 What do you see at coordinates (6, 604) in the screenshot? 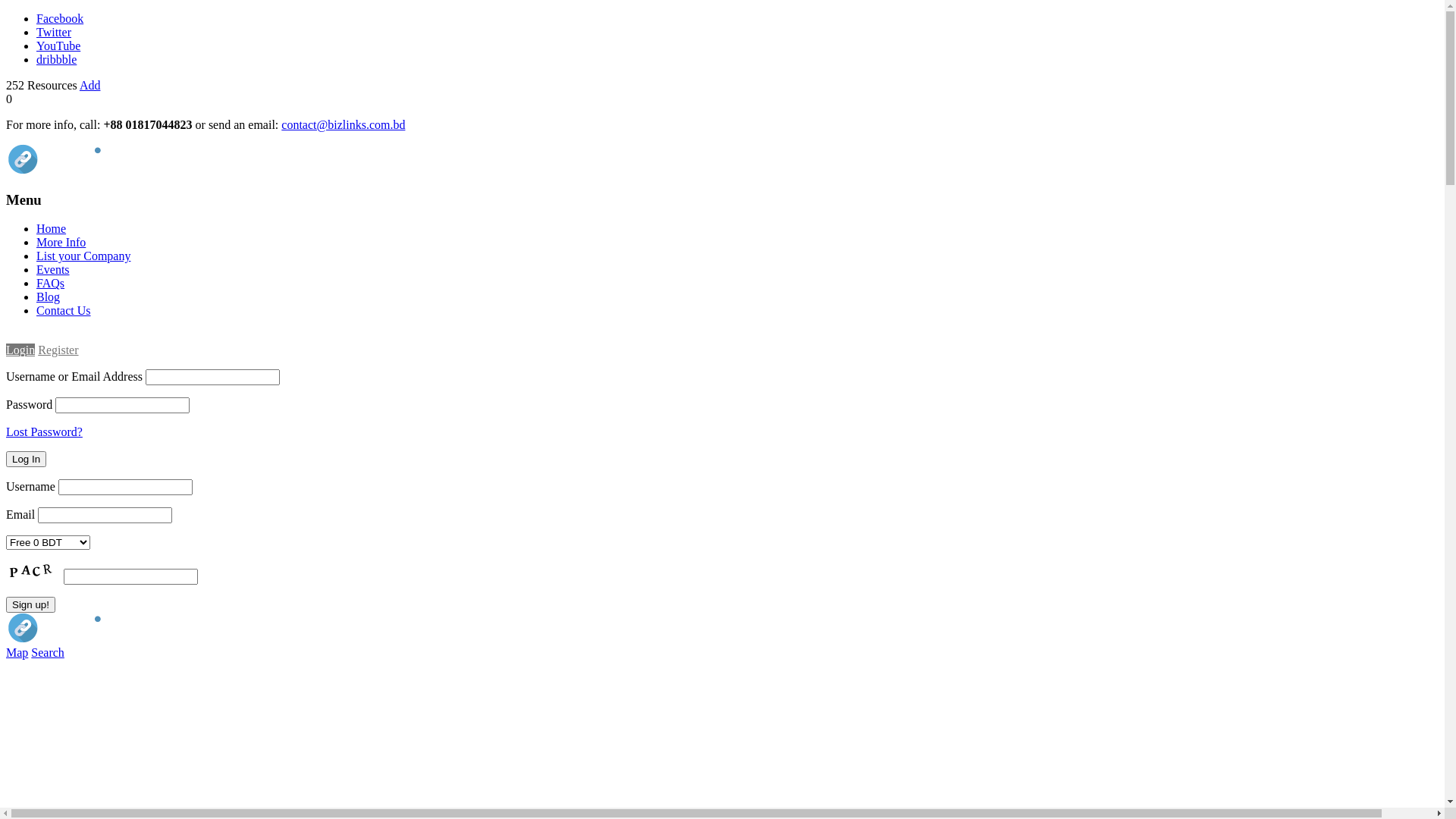
I see `'Sign up!'` at bounding box center [6, 604].